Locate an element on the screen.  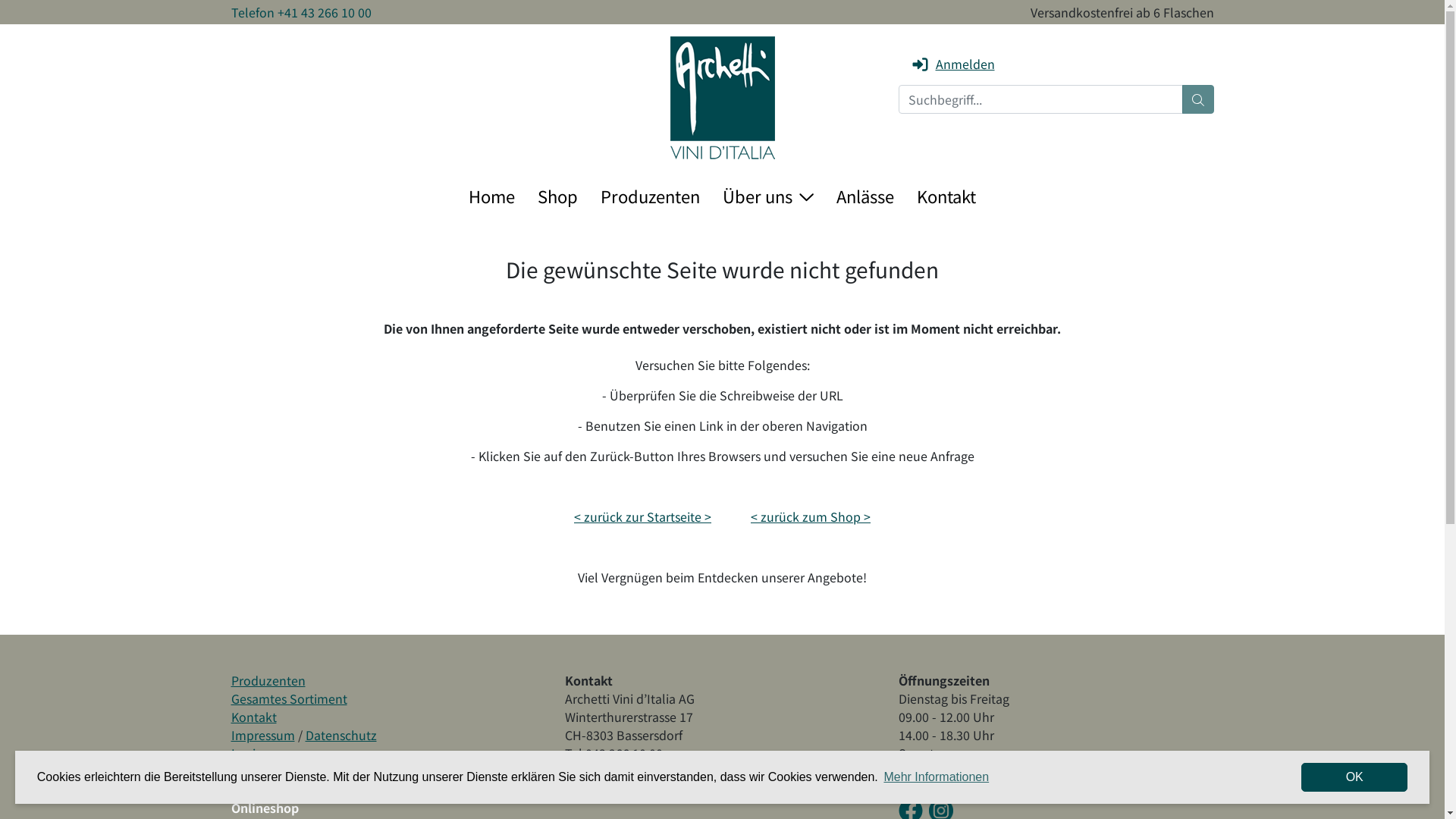
'Mehr Informationen' is located at coordinates (935, 777).